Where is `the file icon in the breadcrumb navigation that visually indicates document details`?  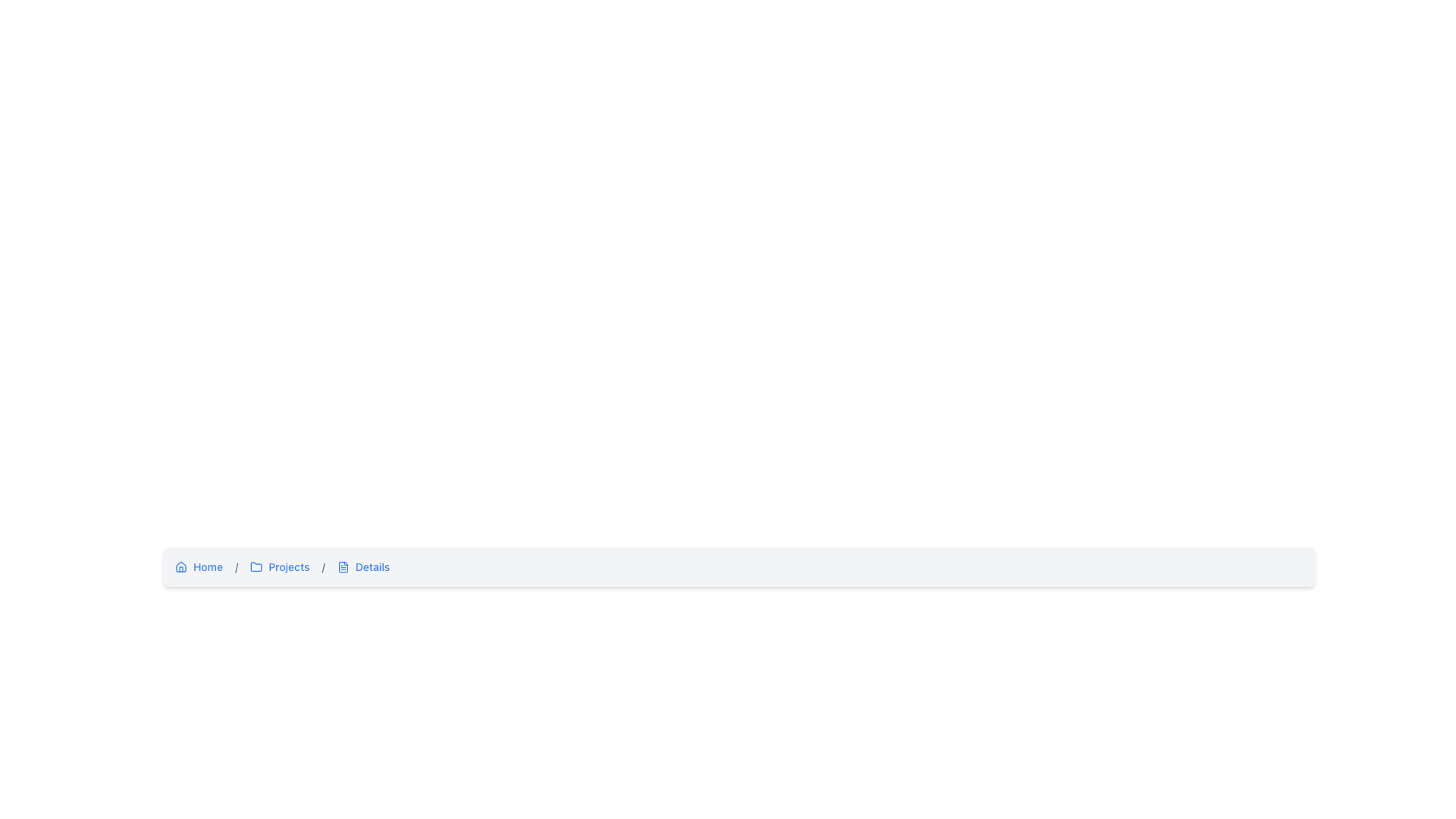 the file icon in the breadcrumb navigation that visually indicates document details is located at coordinates (342, 567).